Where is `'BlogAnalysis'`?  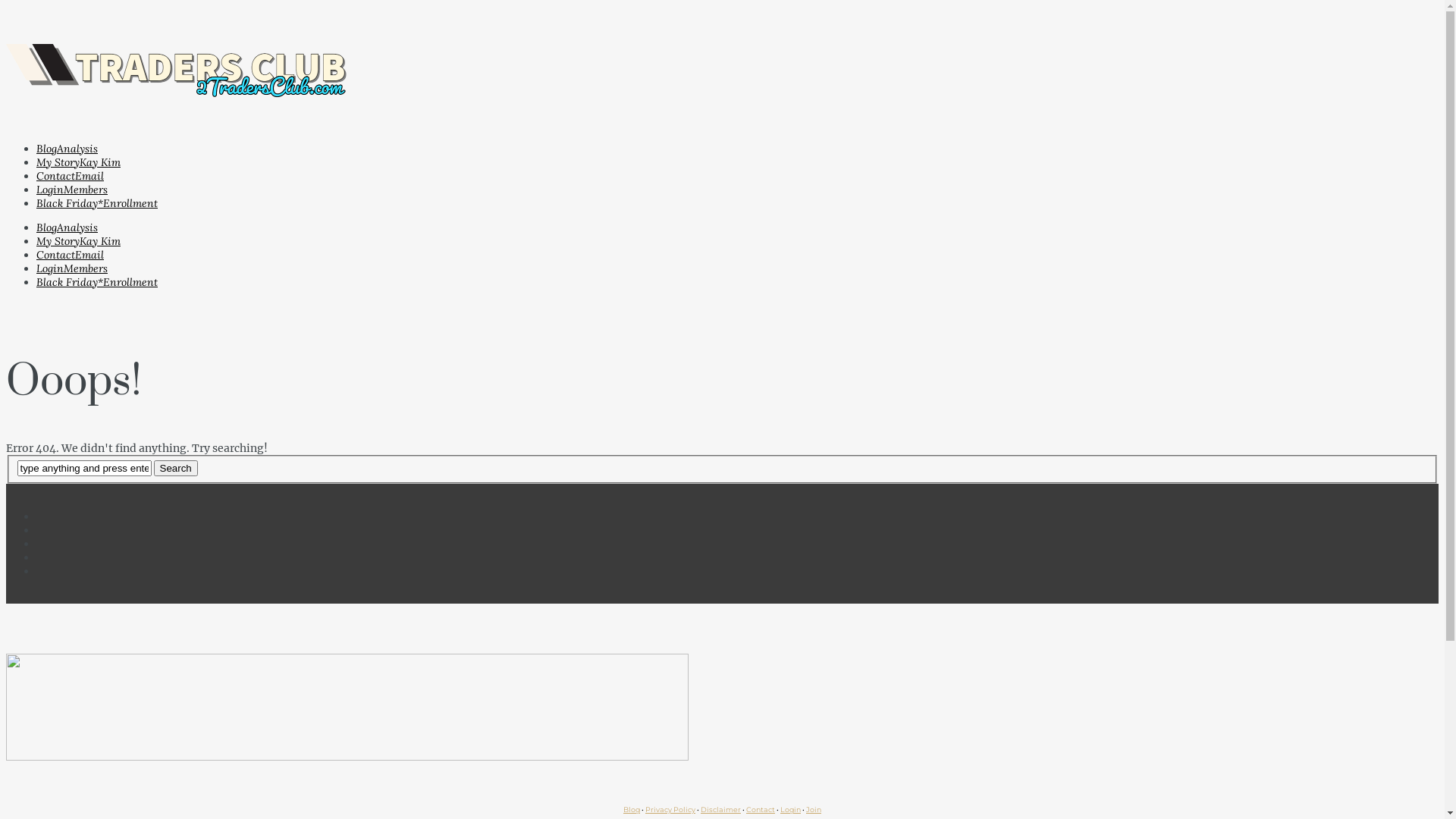
'BlogAnalysis' is located at coordinates (66, 227).